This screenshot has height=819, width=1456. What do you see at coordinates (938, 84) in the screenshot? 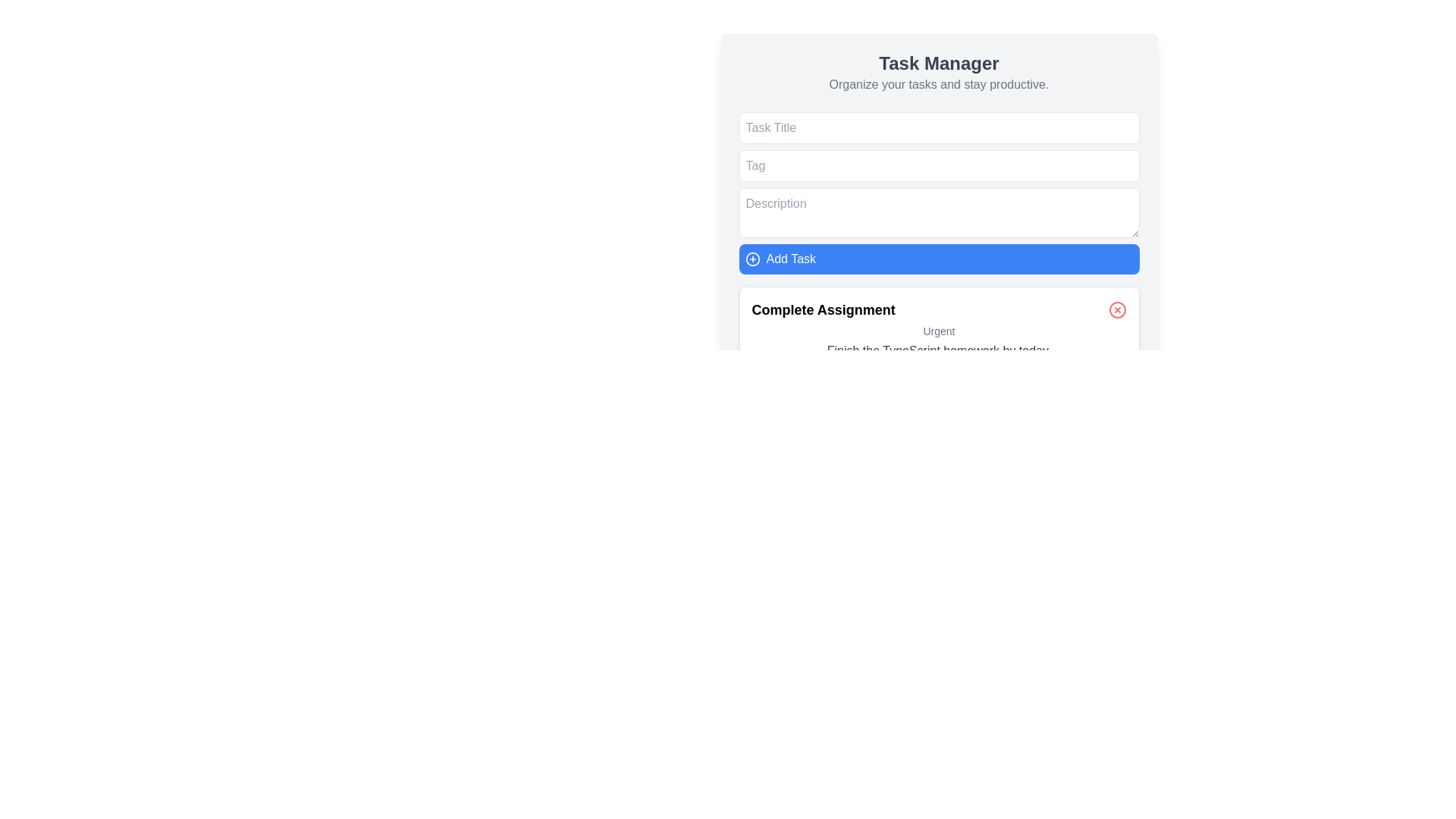
I see `the text label providing supplemental information beneath the 'Task Manager' title` at bounding box center [938, 84].